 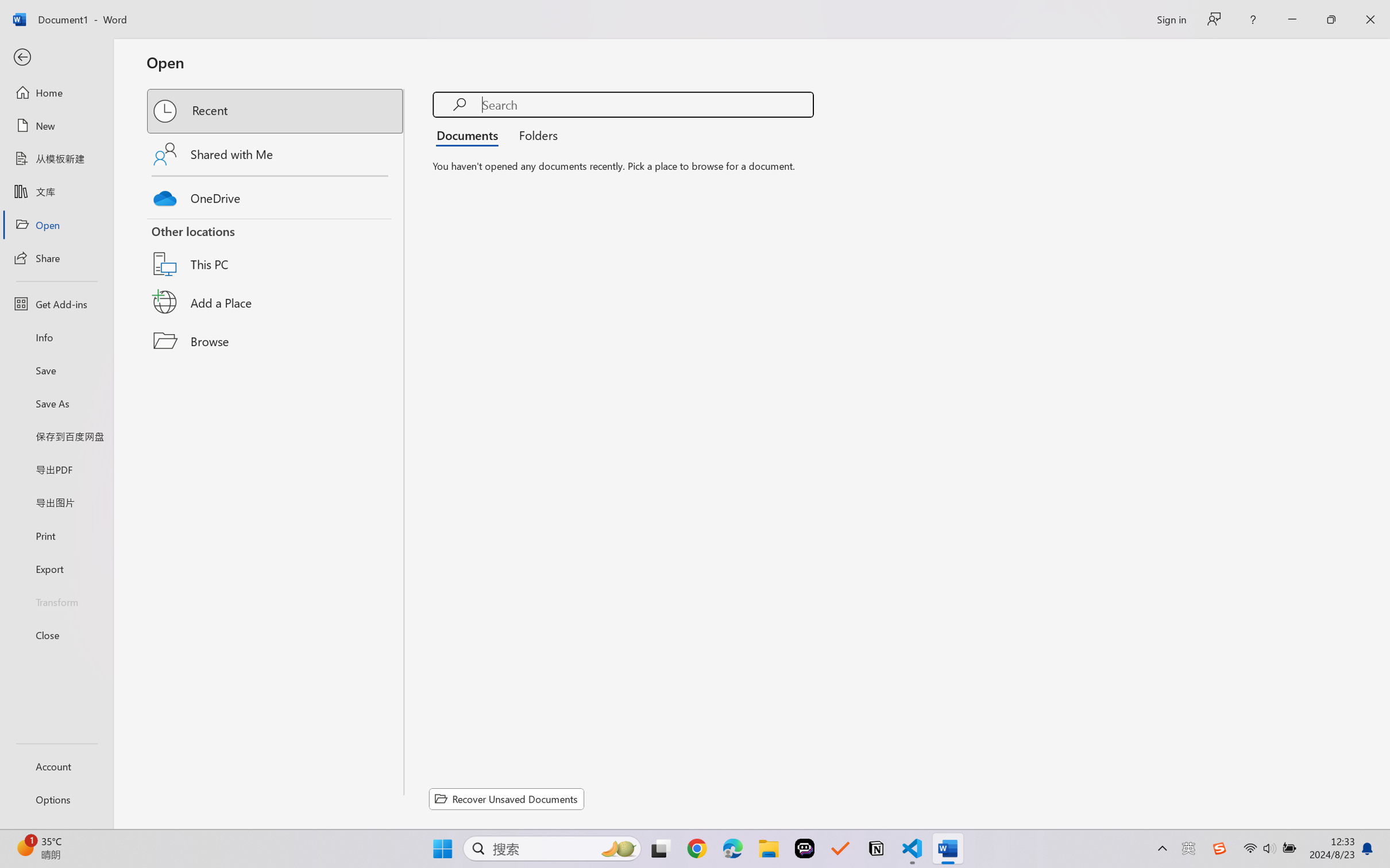 What do you see at coordinates (276, 153) in the screenshot?
I see `'Shared with Me'` at bounding box center [276, 153].